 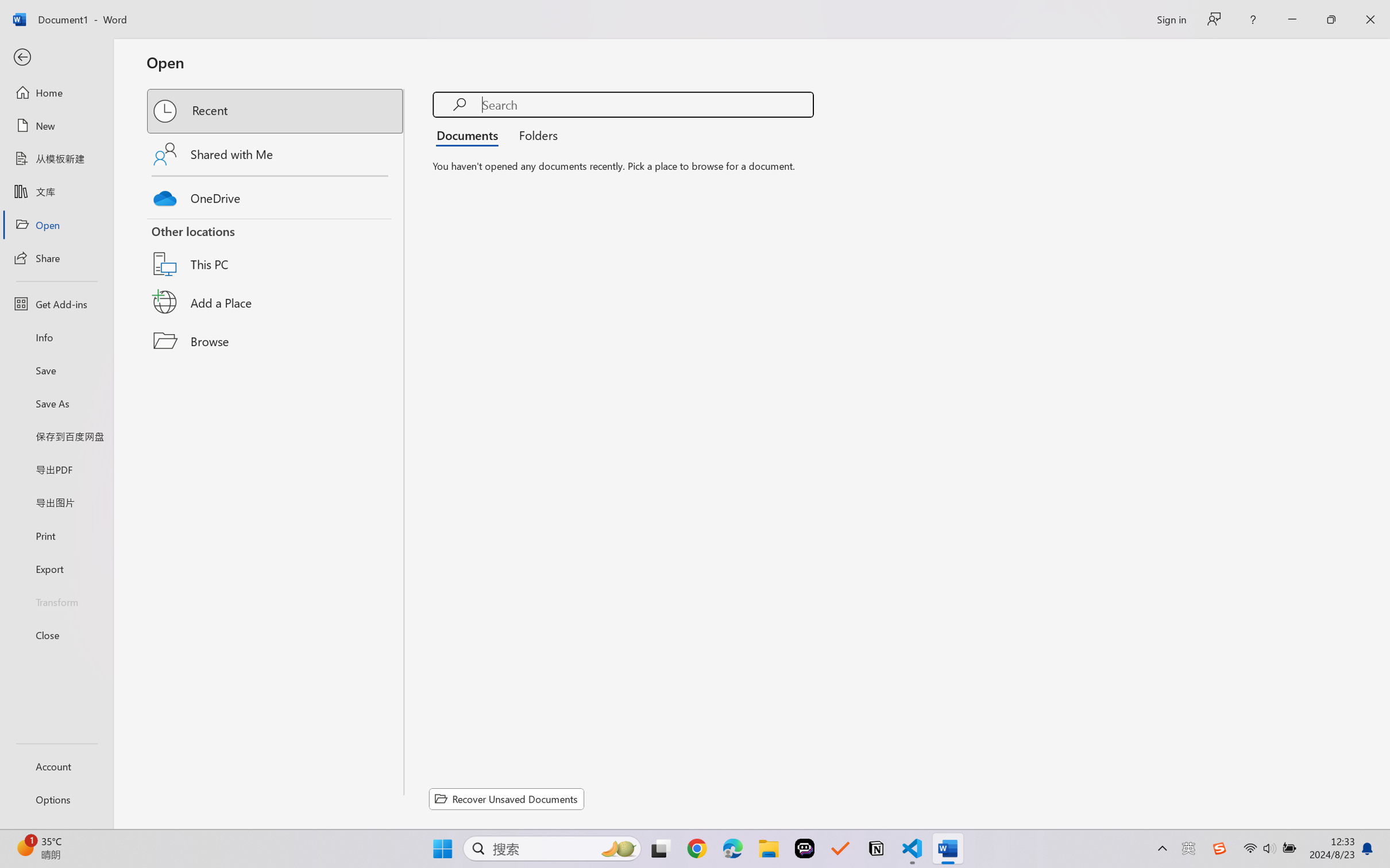 What do you see at coordinates (276, 153) in the screenshot?
I see `'Shared with Me'` at bounding box center [276, 153].